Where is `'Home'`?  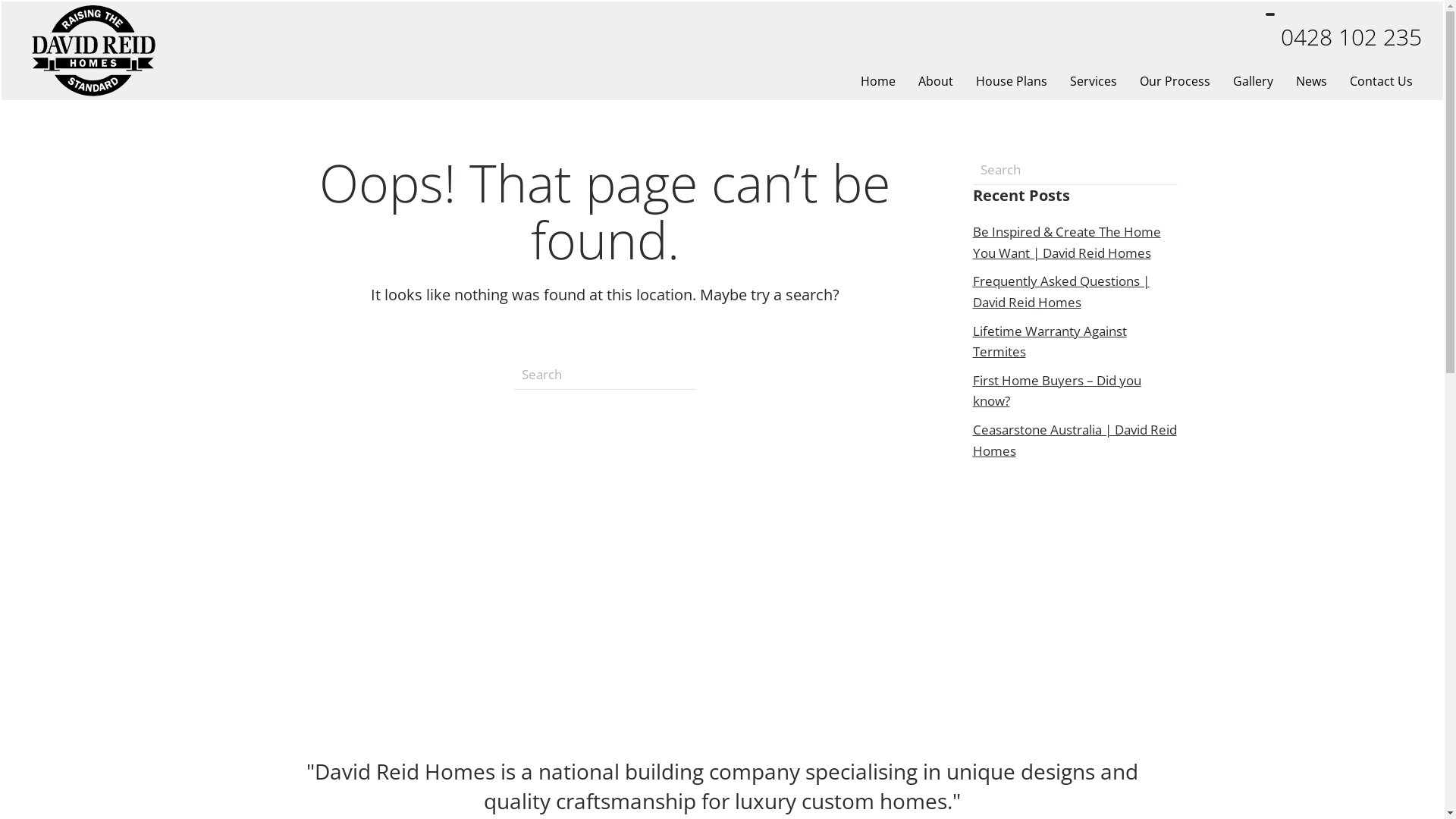
'Home' is located at coordinates (877, 81).